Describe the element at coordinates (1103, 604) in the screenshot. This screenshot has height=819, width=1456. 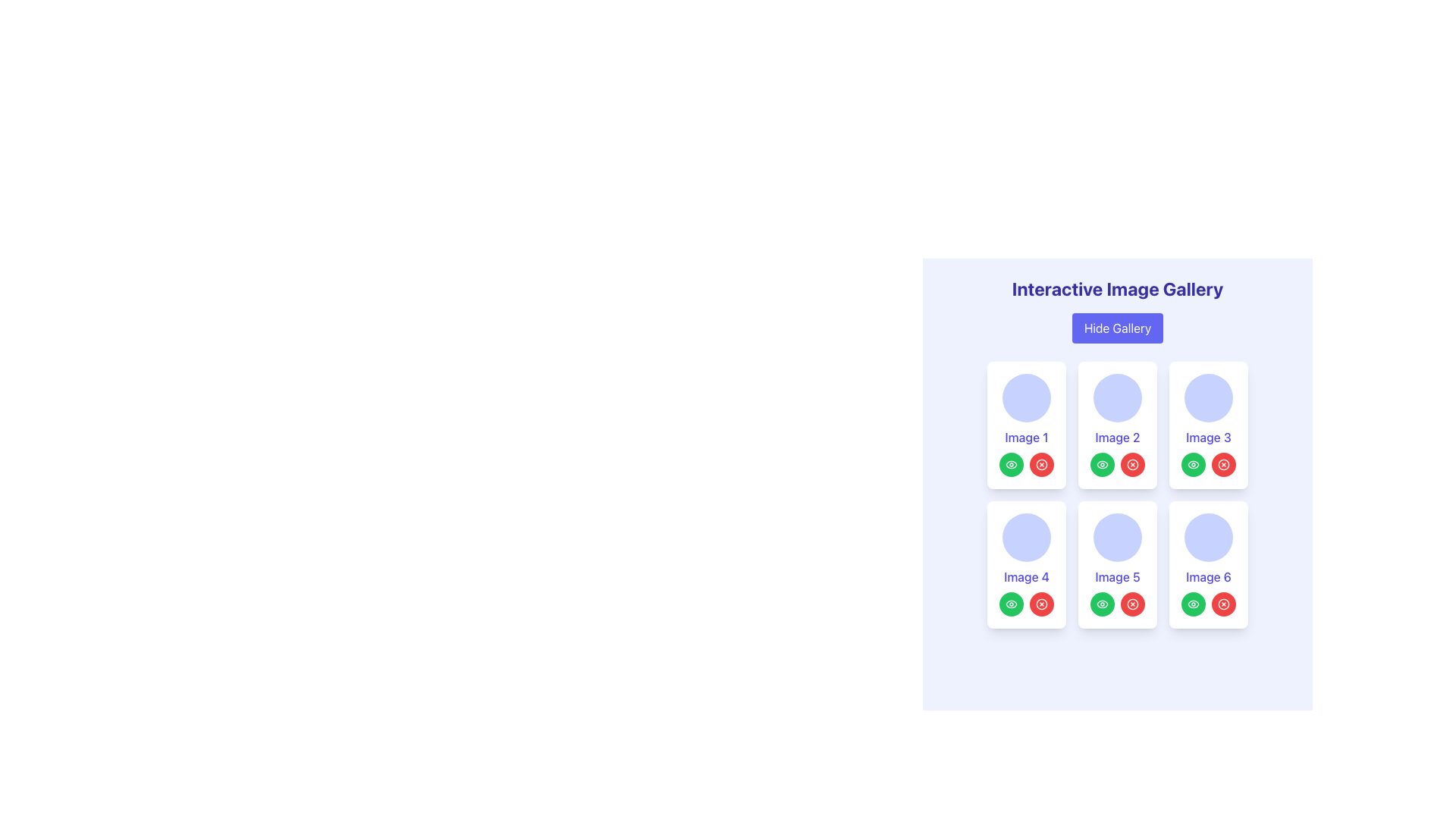
I see `the first button` at that location.